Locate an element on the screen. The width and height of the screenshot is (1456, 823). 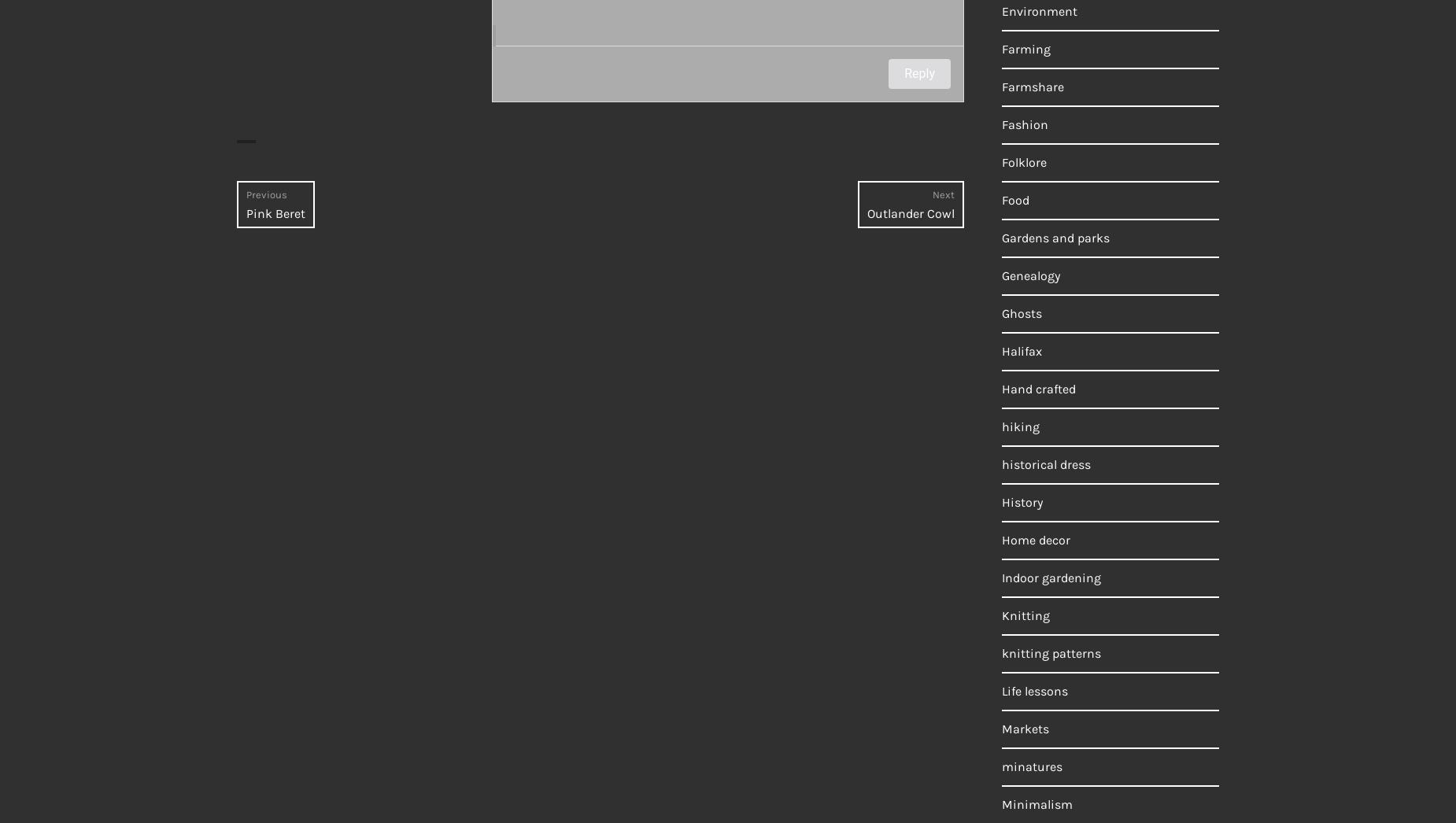
'Life lessons' is located at coordinates (1033, 690).